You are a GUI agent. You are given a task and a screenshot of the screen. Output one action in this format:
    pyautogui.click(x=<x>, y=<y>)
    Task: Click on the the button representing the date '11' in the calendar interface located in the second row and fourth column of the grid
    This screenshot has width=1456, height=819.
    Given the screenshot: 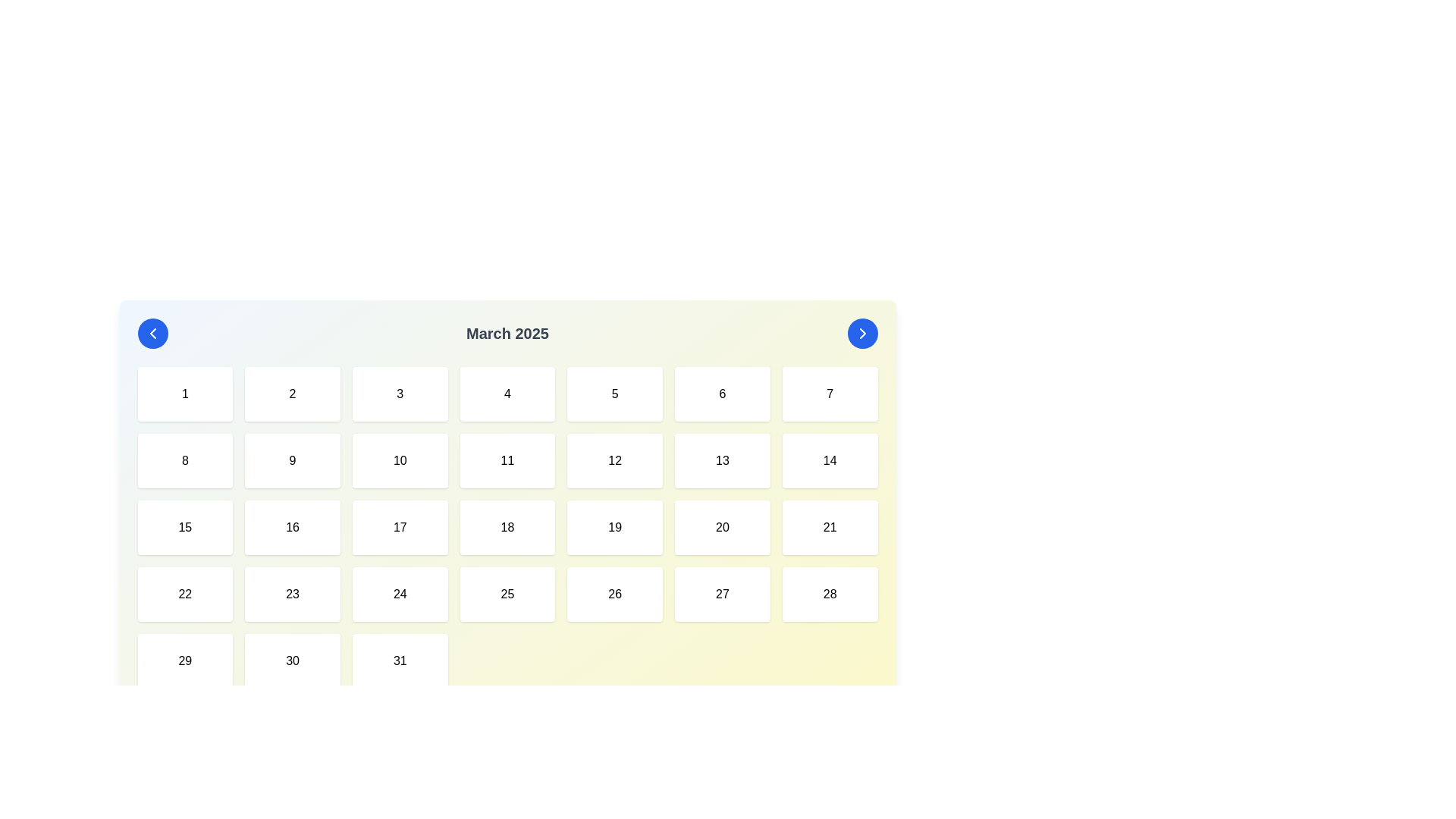 What is the action you would take?
    pyautogui.click(x=507, y=460)
    